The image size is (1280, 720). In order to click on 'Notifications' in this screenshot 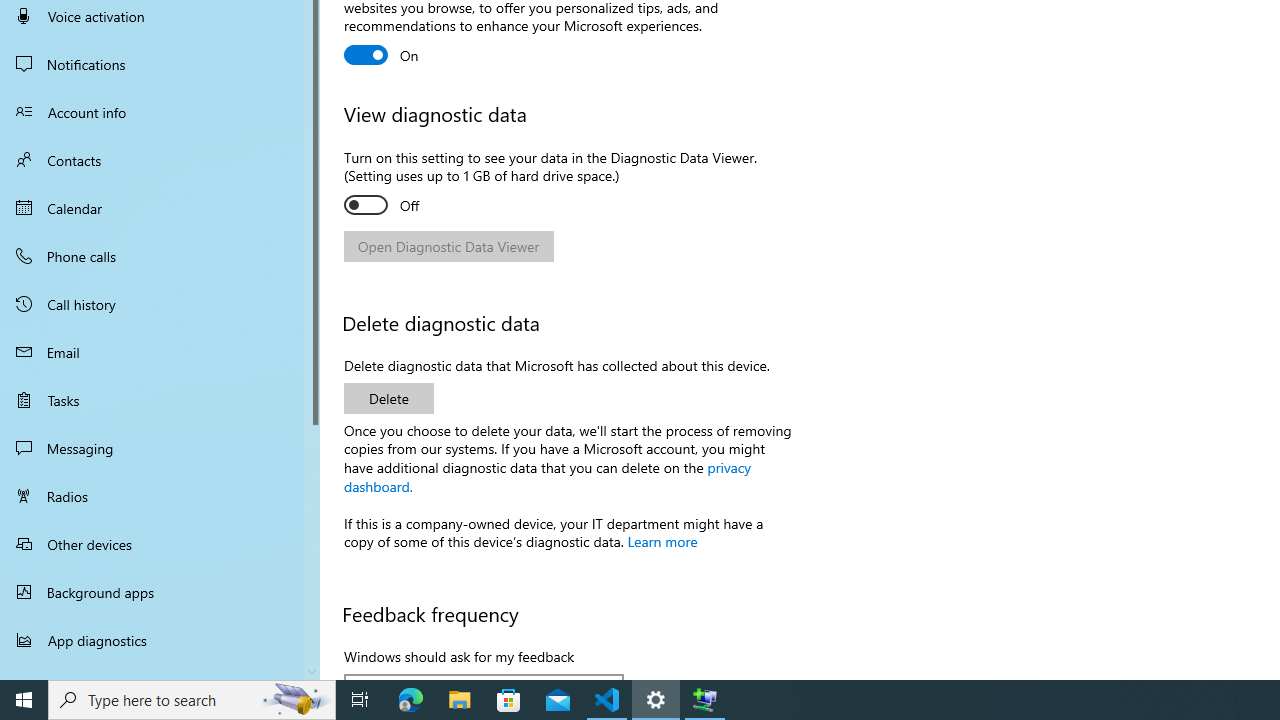, I will do `click(160, 63)`.